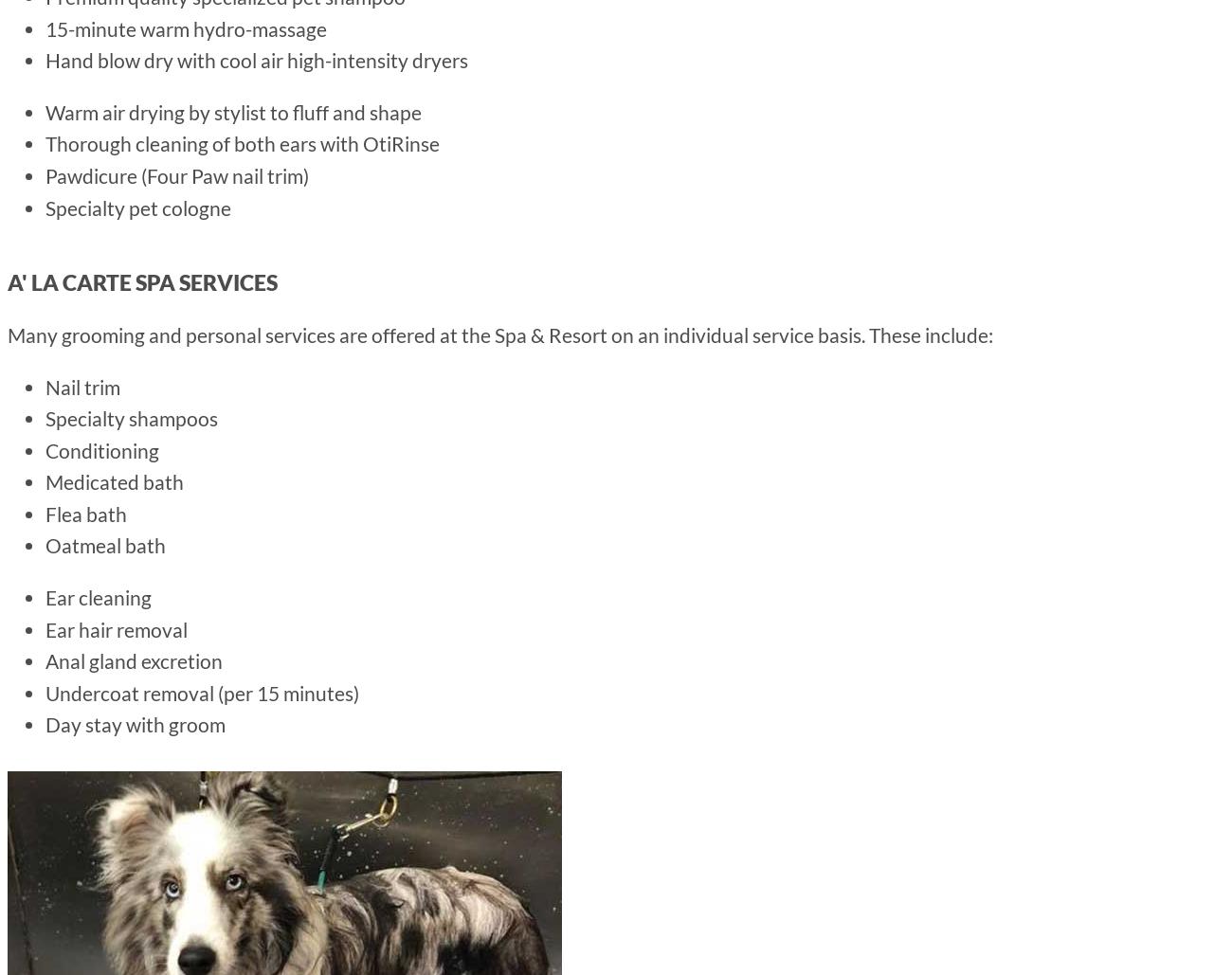 Image resolution: width=1232 pixels, height=975 pixels. I want to click on 'Ear cleaning', so click(99, 597).